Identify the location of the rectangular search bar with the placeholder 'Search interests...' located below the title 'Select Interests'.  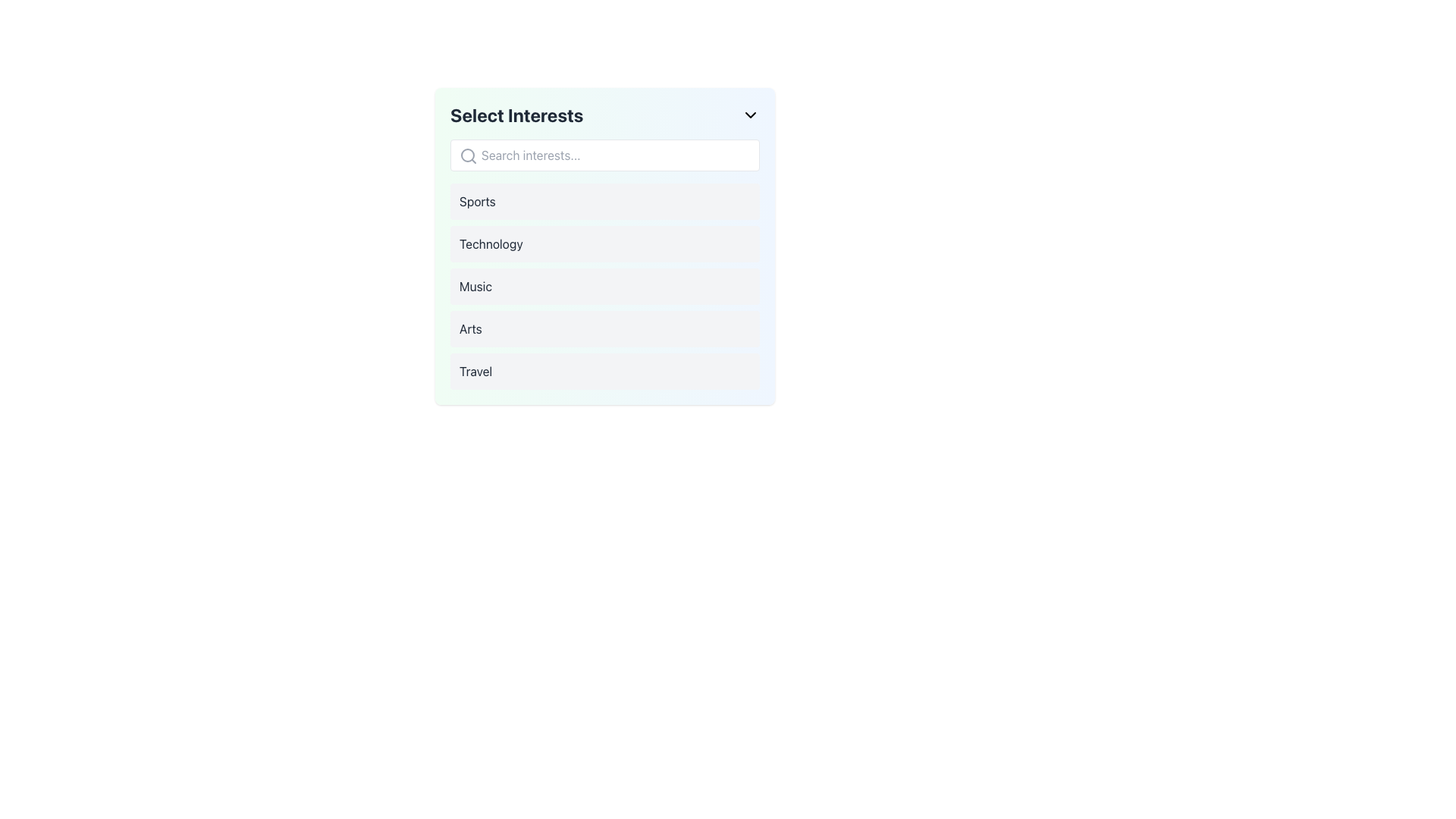
(604, 155).